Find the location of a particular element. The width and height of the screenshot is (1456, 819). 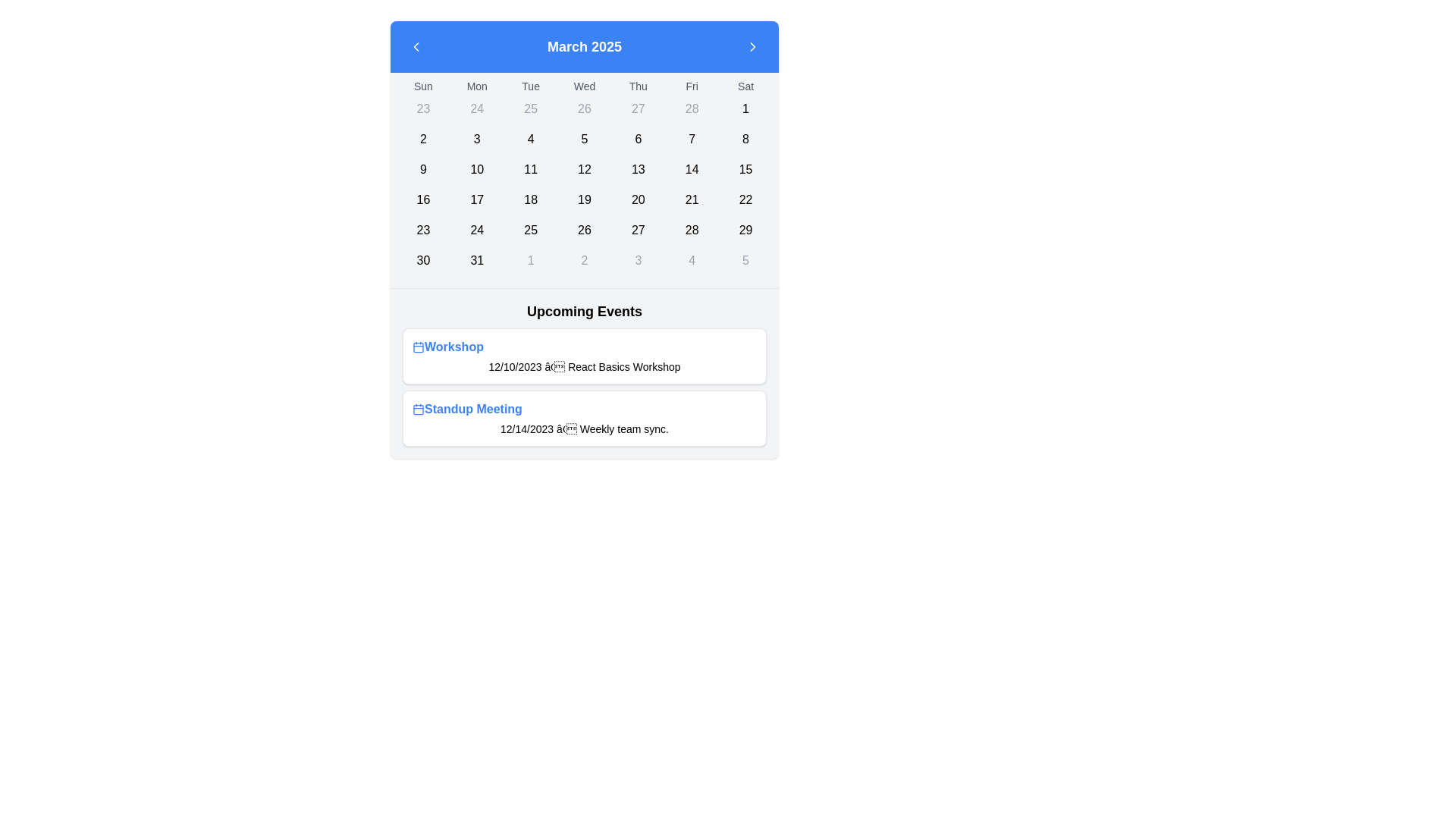

the rectangular button with rounded borders displaying the number '15' in black text, located in the calendar grid under the header 'Sat' is located at coordinates (745, 169).